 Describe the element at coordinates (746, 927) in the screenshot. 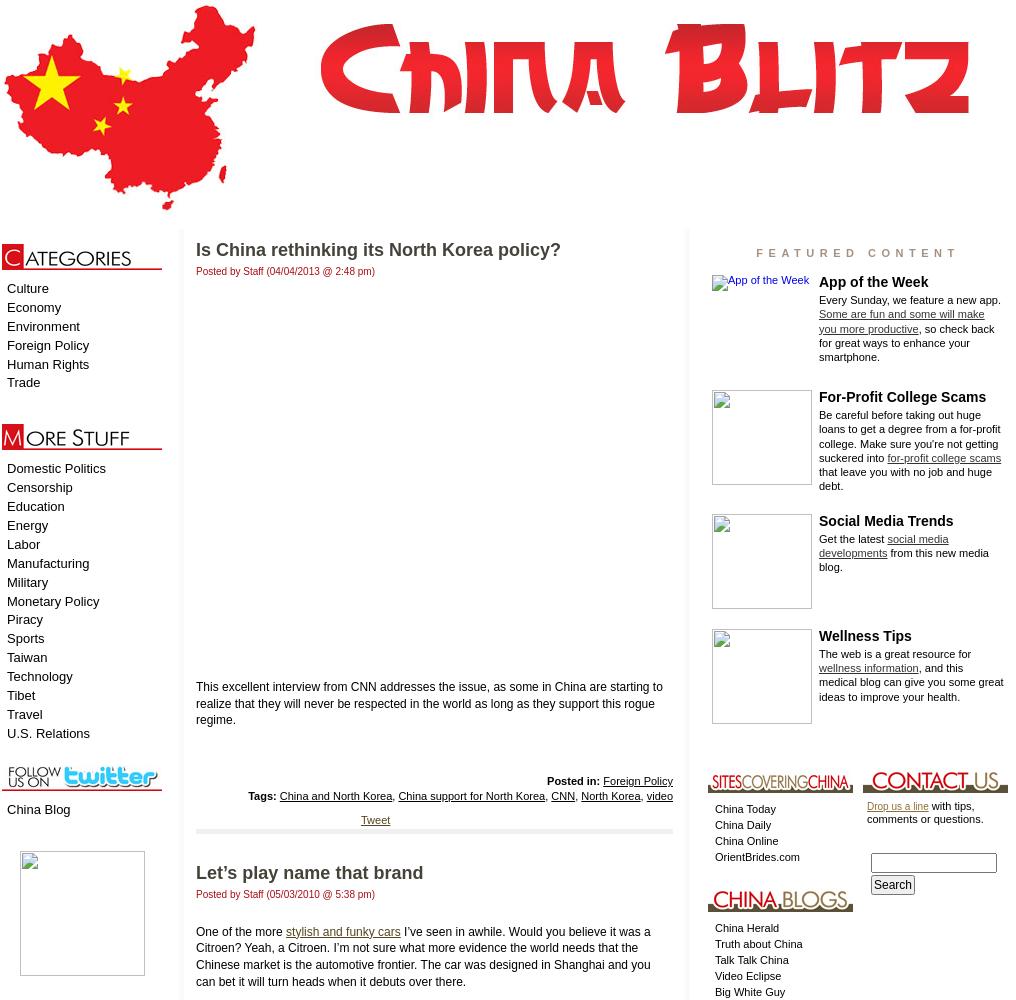

I see `'China Herald'` at that location.